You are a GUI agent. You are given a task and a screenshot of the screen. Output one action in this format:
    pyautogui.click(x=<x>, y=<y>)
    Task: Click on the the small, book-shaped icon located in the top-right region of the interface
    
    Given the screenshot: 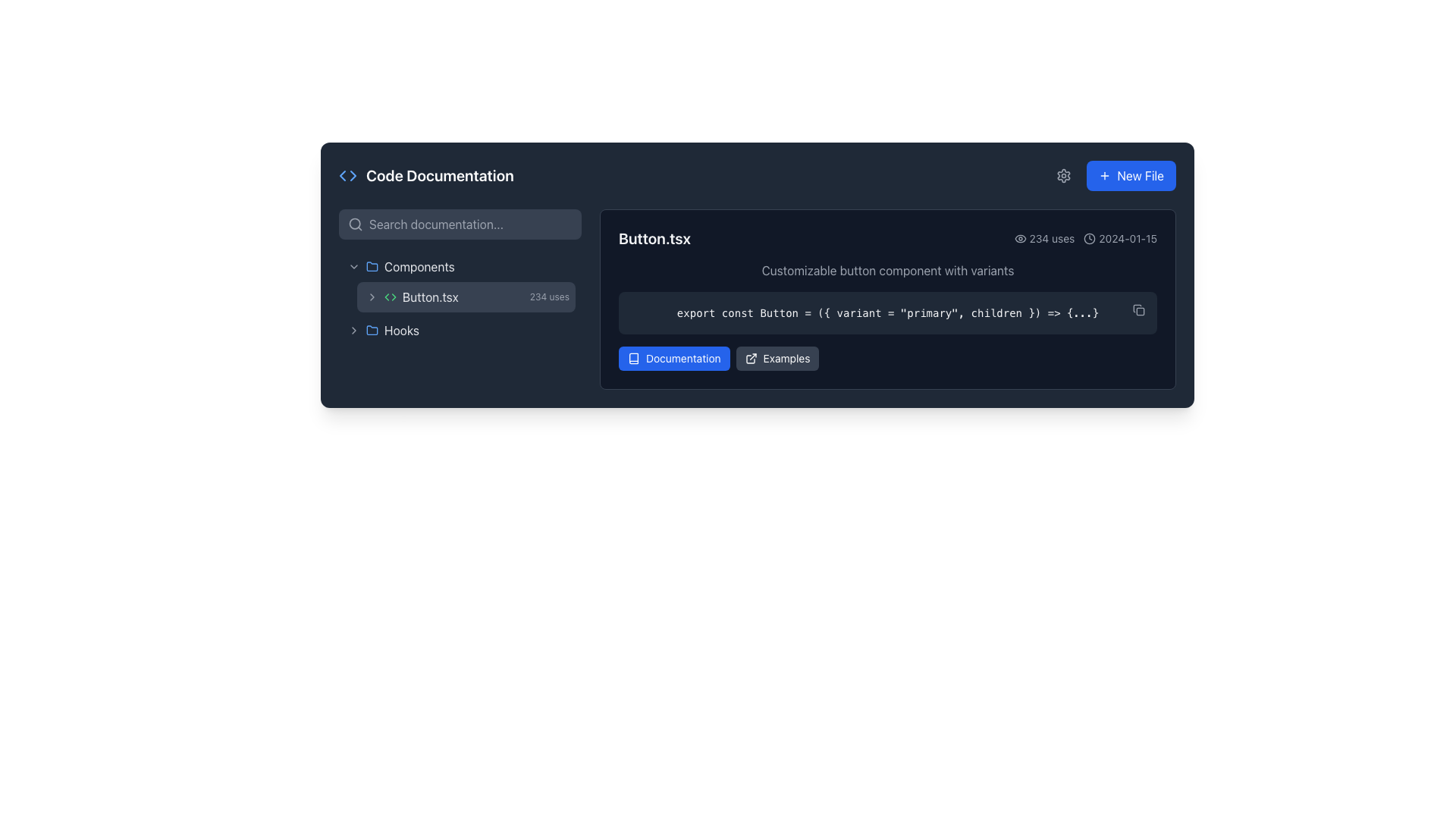 What is the action you would take?
    pyautogui.click(x=633, y=359)
    